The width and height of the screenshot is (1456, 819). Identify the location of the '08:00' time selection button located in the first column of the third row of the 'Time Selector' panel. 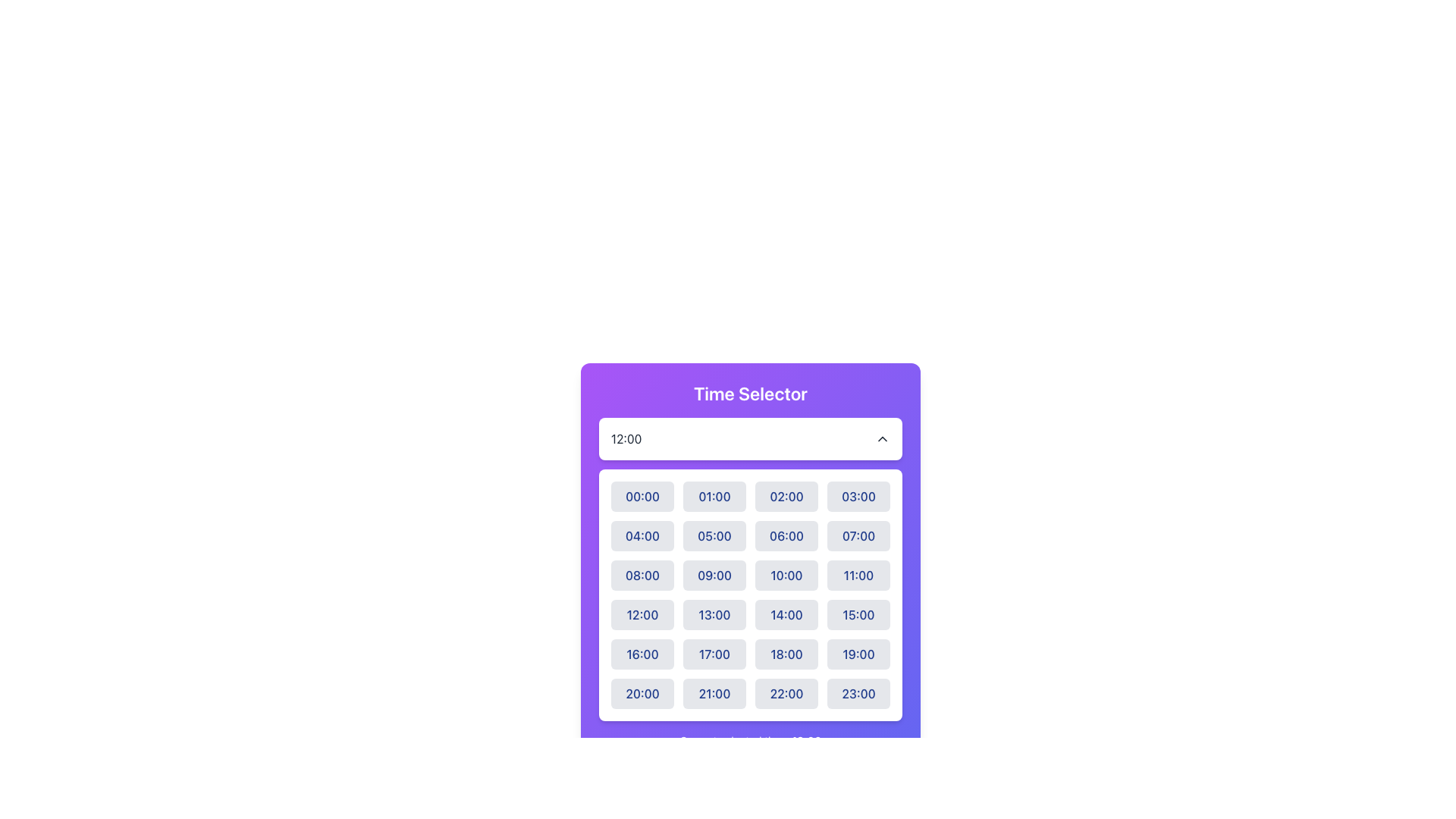
(642, 576).